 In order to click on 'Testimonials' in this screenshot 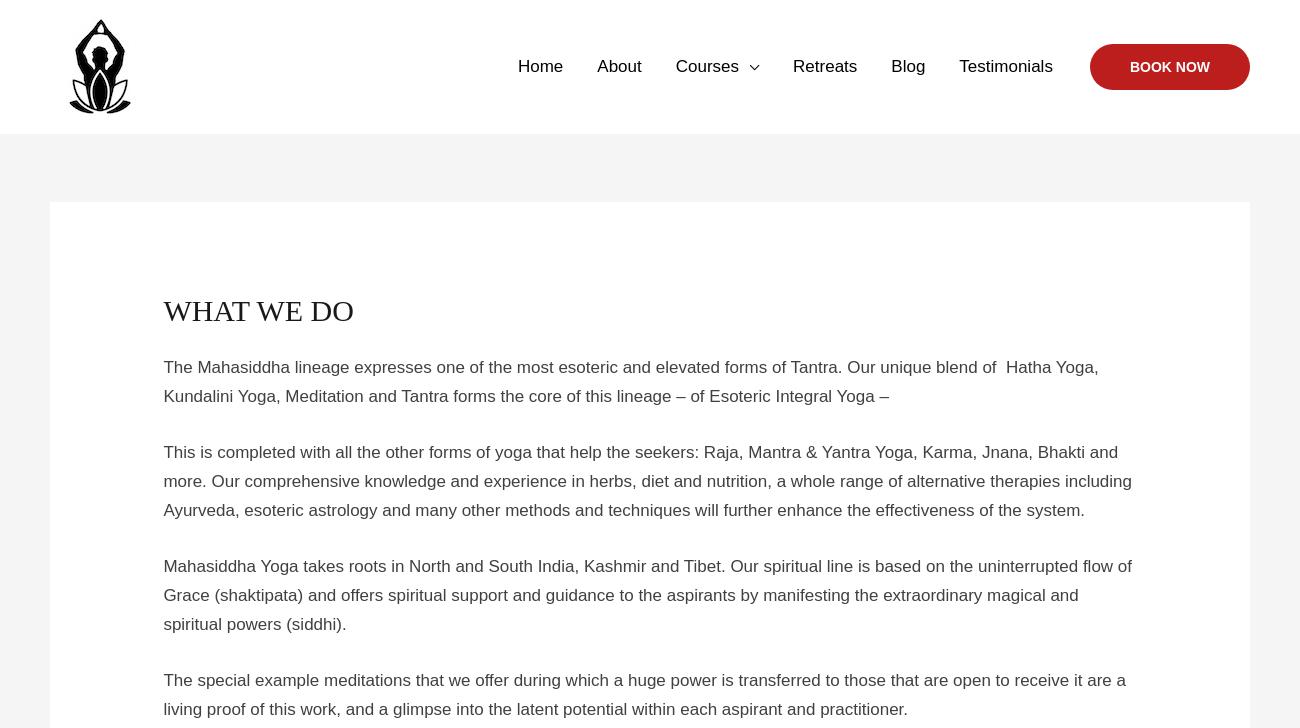, I will do `click(1004, 66)`.